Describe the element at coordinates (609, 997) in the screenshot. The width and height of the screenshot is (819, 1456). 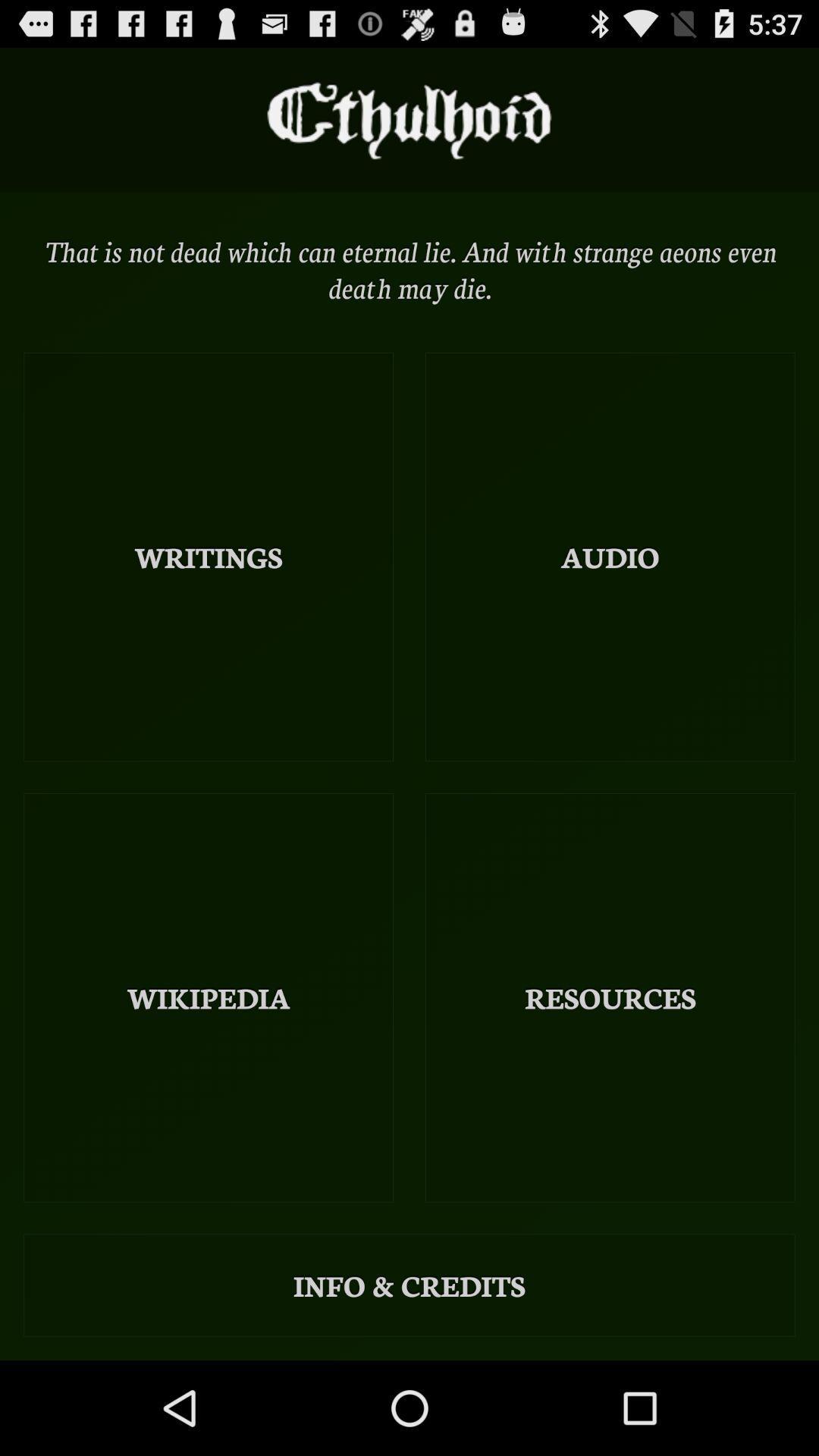
I see `the item next to the wikipedia item` at that location.